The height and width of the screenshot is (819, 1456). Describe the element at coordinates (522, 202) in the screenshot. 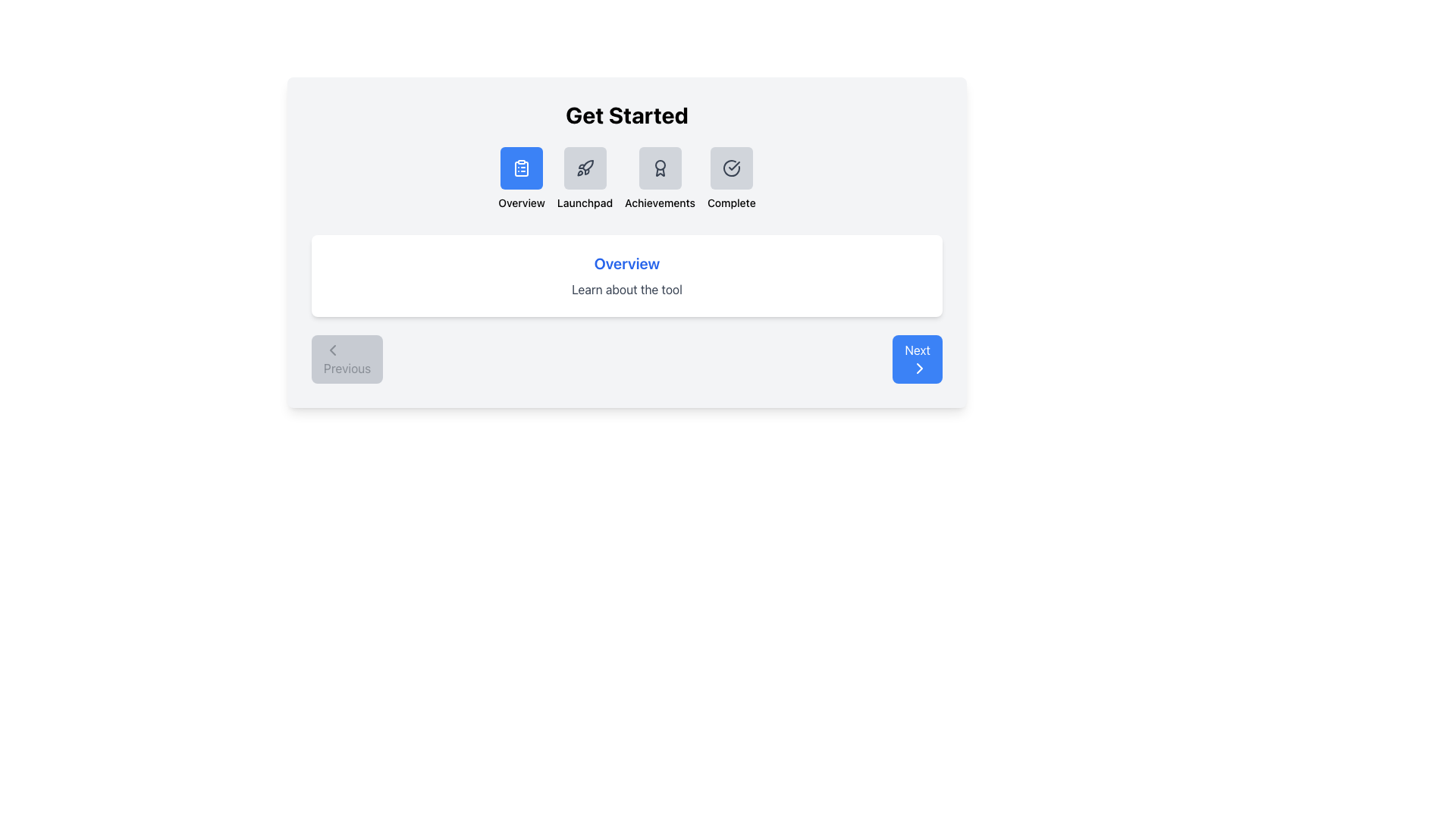

I see `the 'Overview' text label, which is centrally aligned beneath a clipboard icon` at that location.